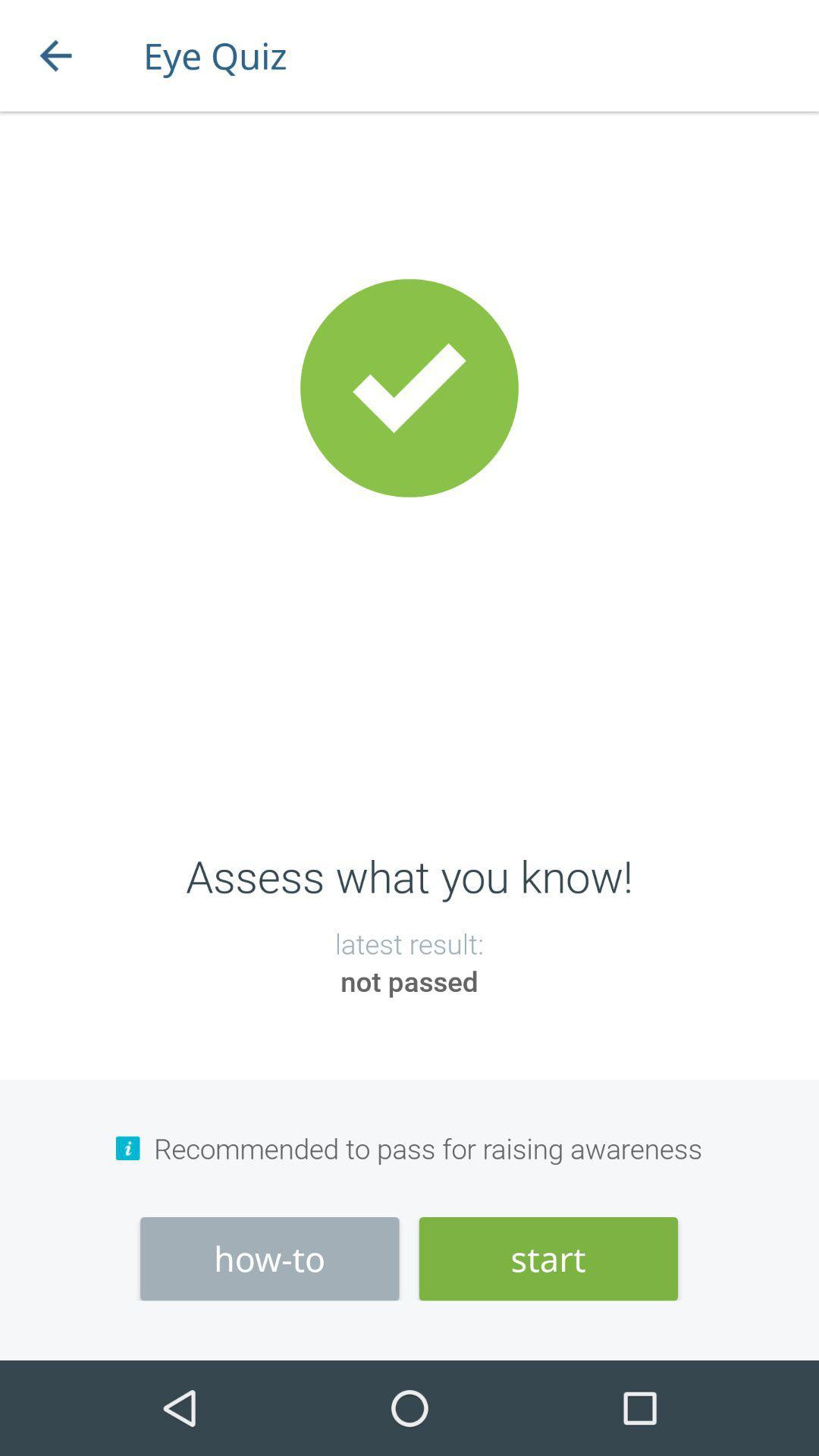 The image size is (819, 1456). Describe the element at coordinates (55, 55) in the screenshot. I see `item to the left of eye quiz icon` at that location.